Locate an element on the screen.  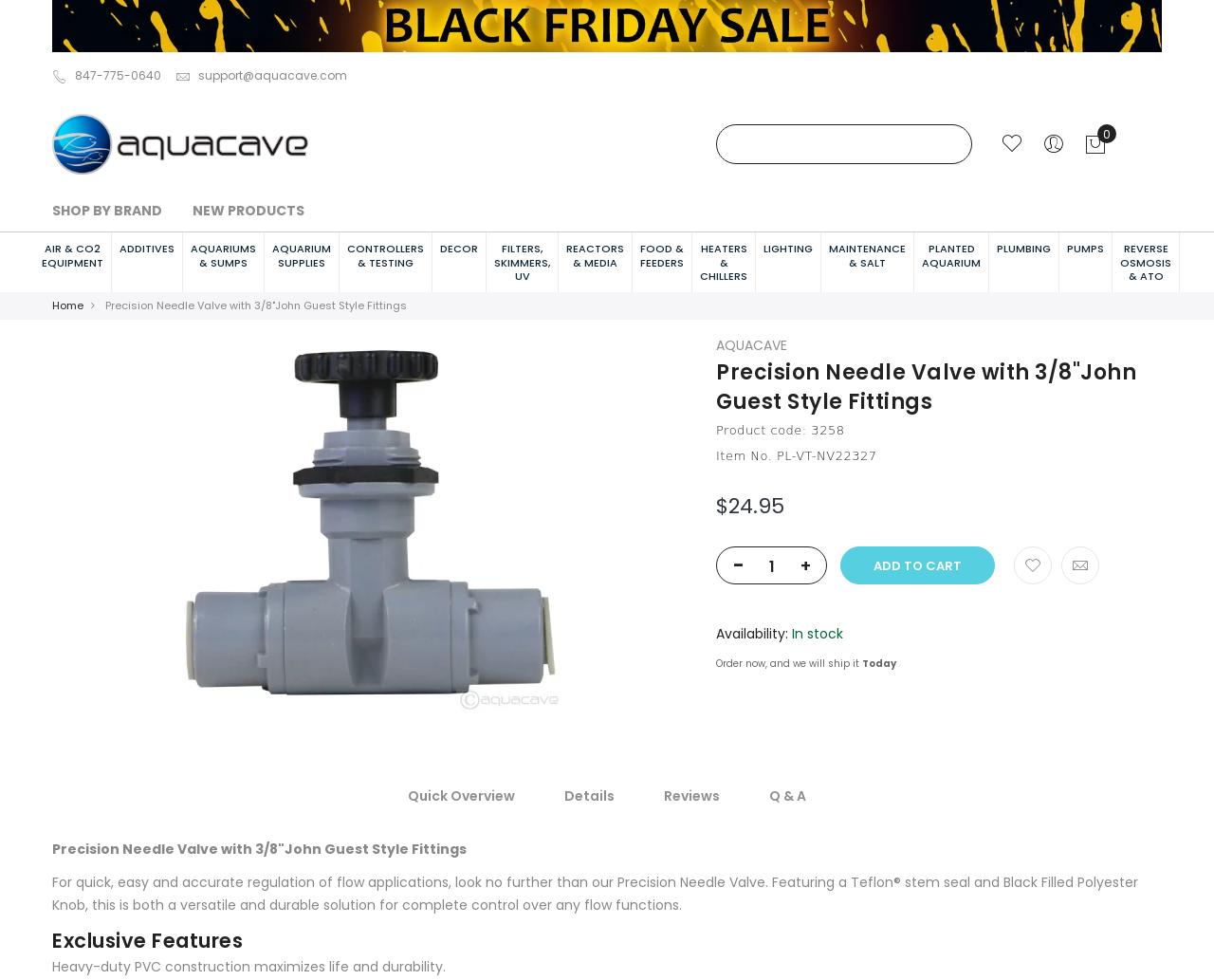
'Quick Overview' is located at coordinates (461, 796).